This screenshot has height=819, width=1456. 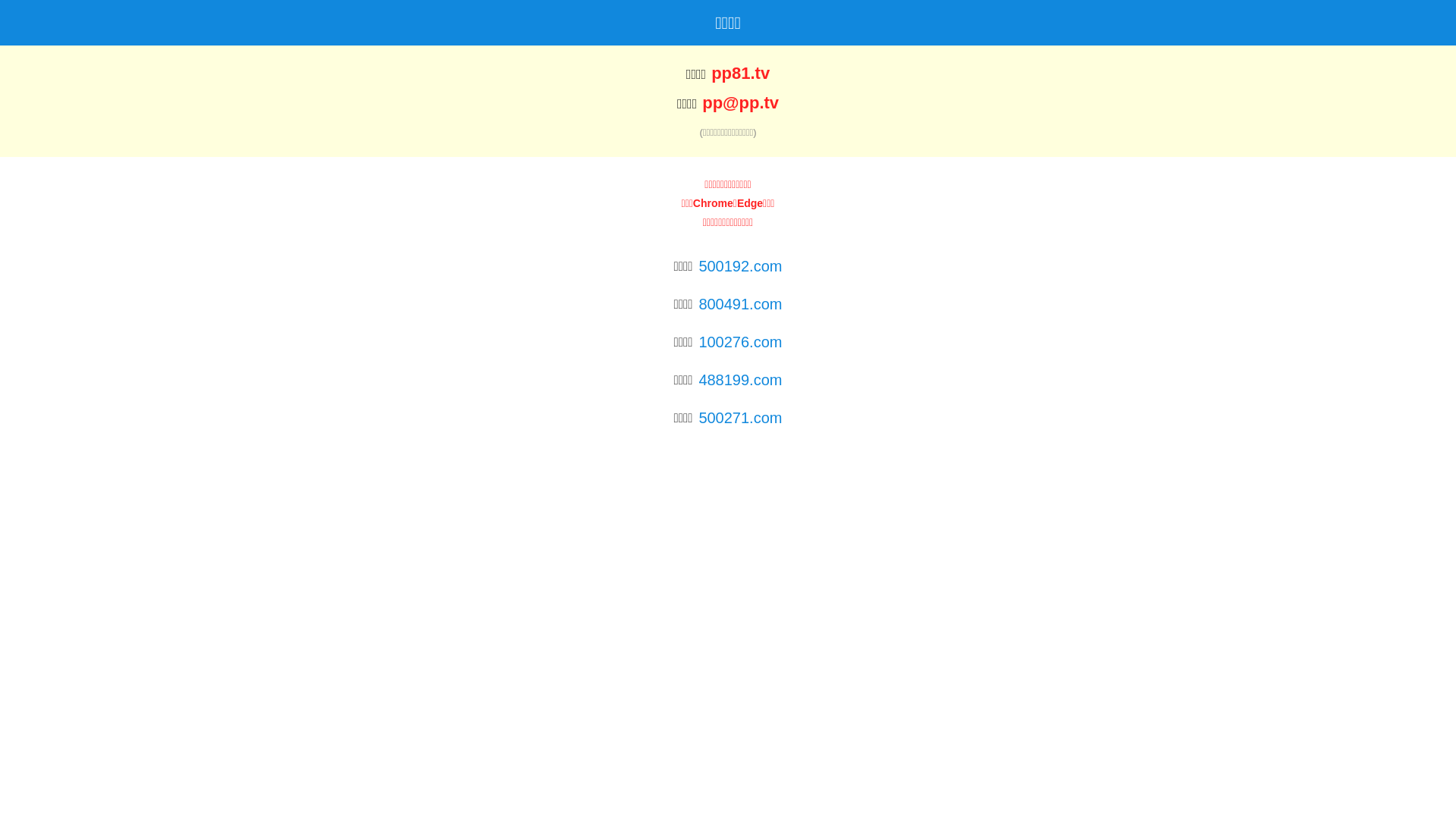 What do you see at coordinates (698, 304) in the screenshot?
I see `'800491.com'` at bounding box center [698, 304].